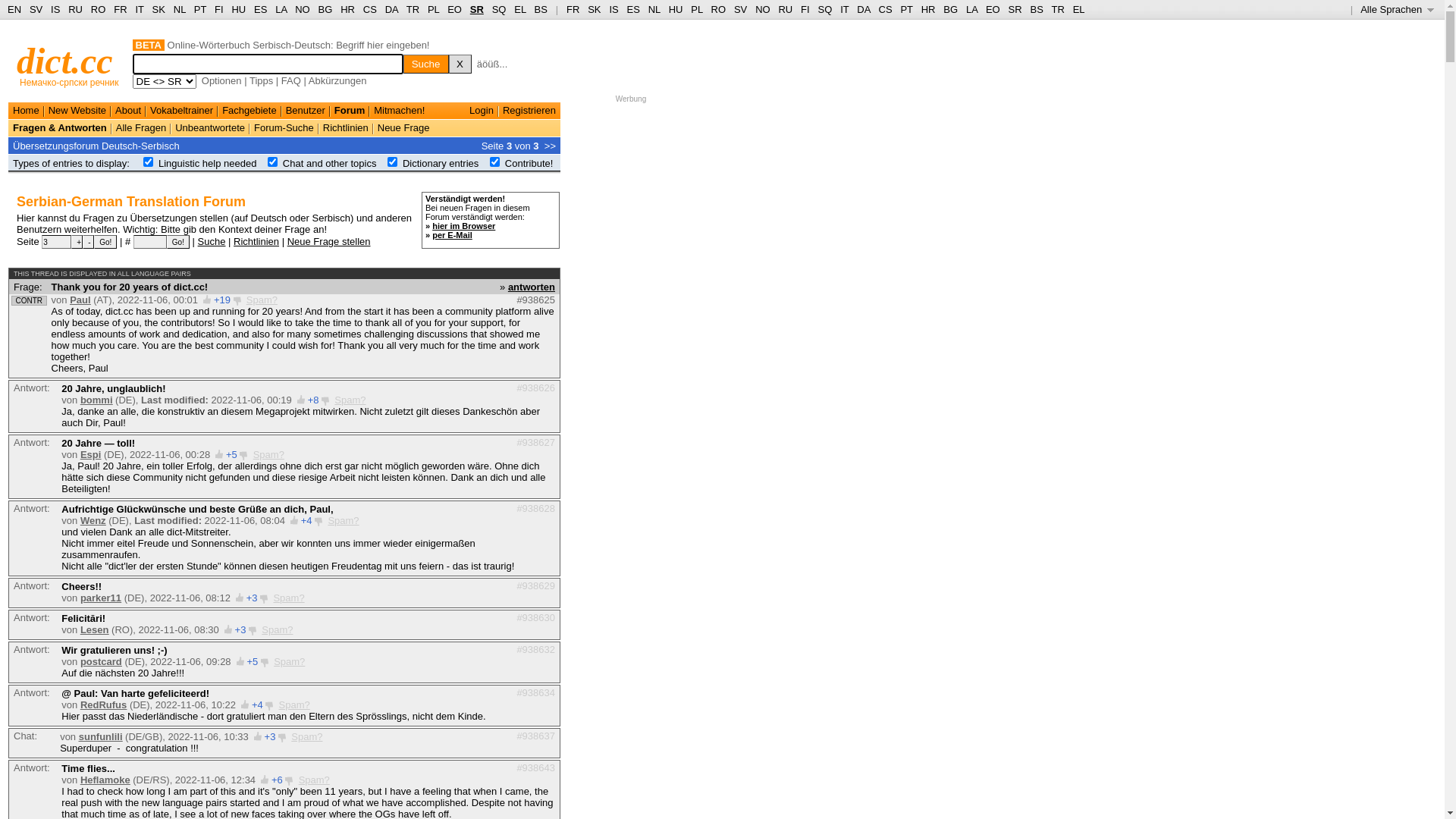 The image size is (1456, 819). What do you see at coordinates (29, 300) in the screenshot?
I see `'CONTR'` at bounding box center [29, 300].